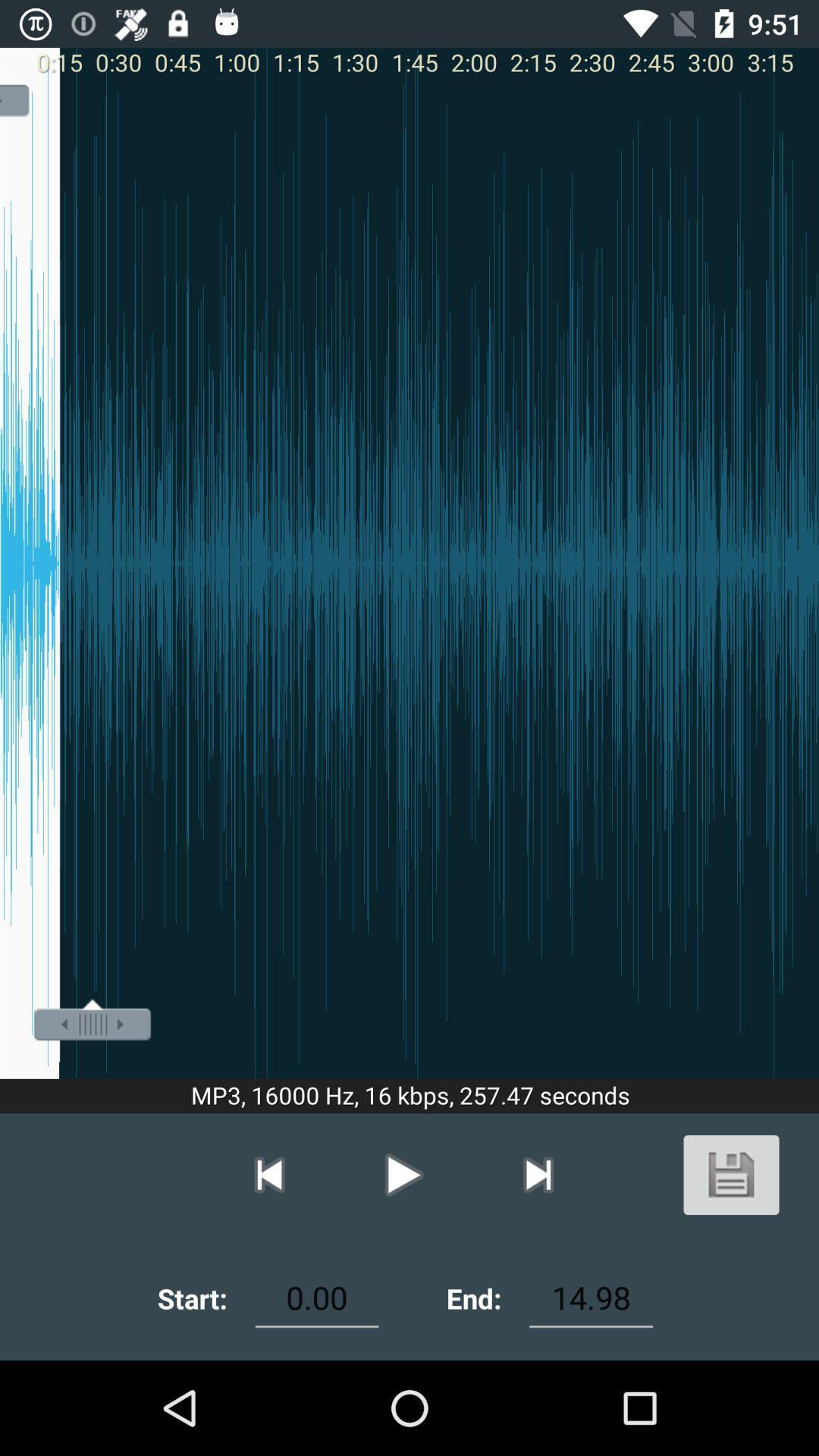 The width and height of the screenshot is (819, 1456). I want to click on the save icon at the bottom right of the page, so click(730, 1174).